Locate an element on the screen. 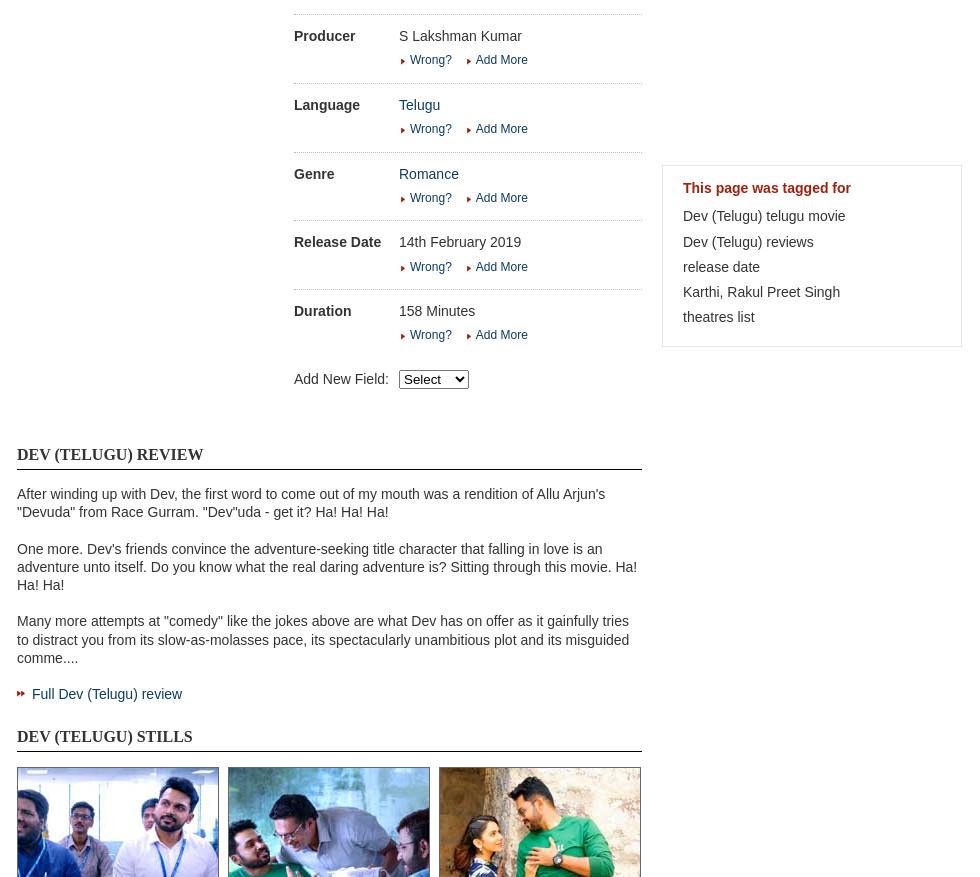  'Producer' is located at coordinates (294, 34).